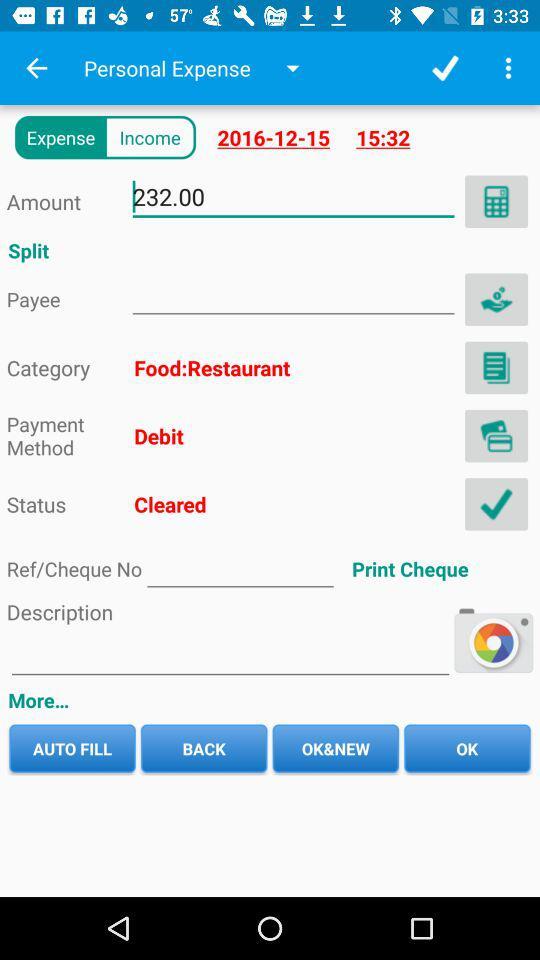 The width and height of the screenshot is (540, 960). What do you see at coordinates (240, 568) in the screenshot?
I see `address page` at bounding box center [240, 568].